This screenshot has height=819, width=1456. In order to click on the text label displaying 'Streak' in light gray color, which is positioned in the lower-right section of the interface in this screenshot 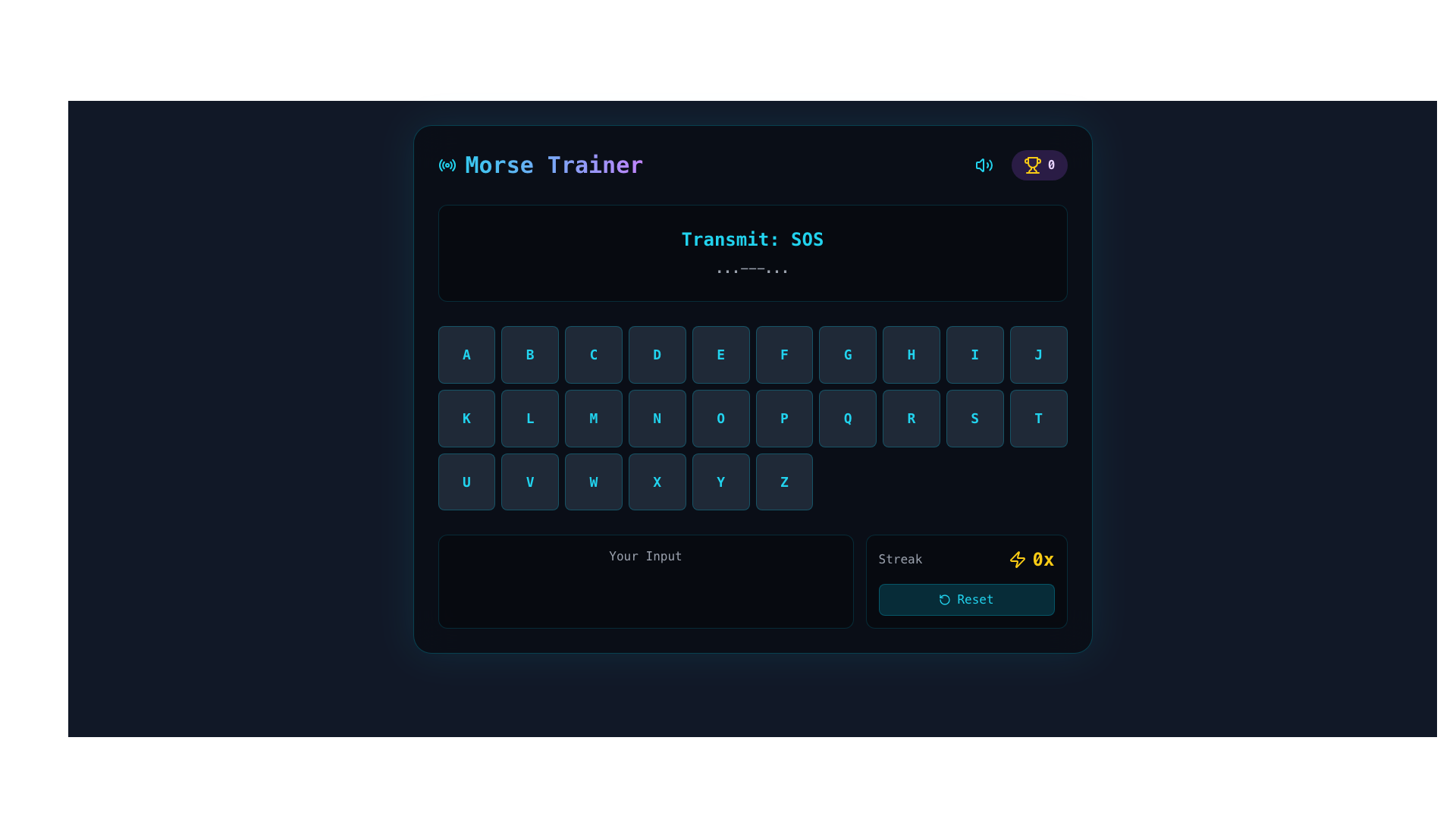, I will do `click(900, 560)`.